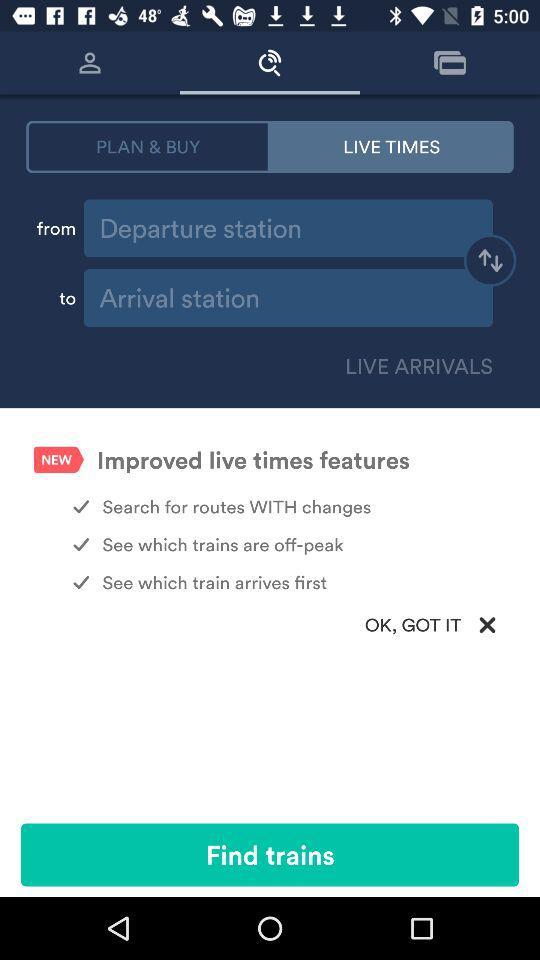 The height and width of the screenshot is (960, 540). Describe the element at coordinates (147, 145) in the screenshot. I see `plan & buy` at that location.